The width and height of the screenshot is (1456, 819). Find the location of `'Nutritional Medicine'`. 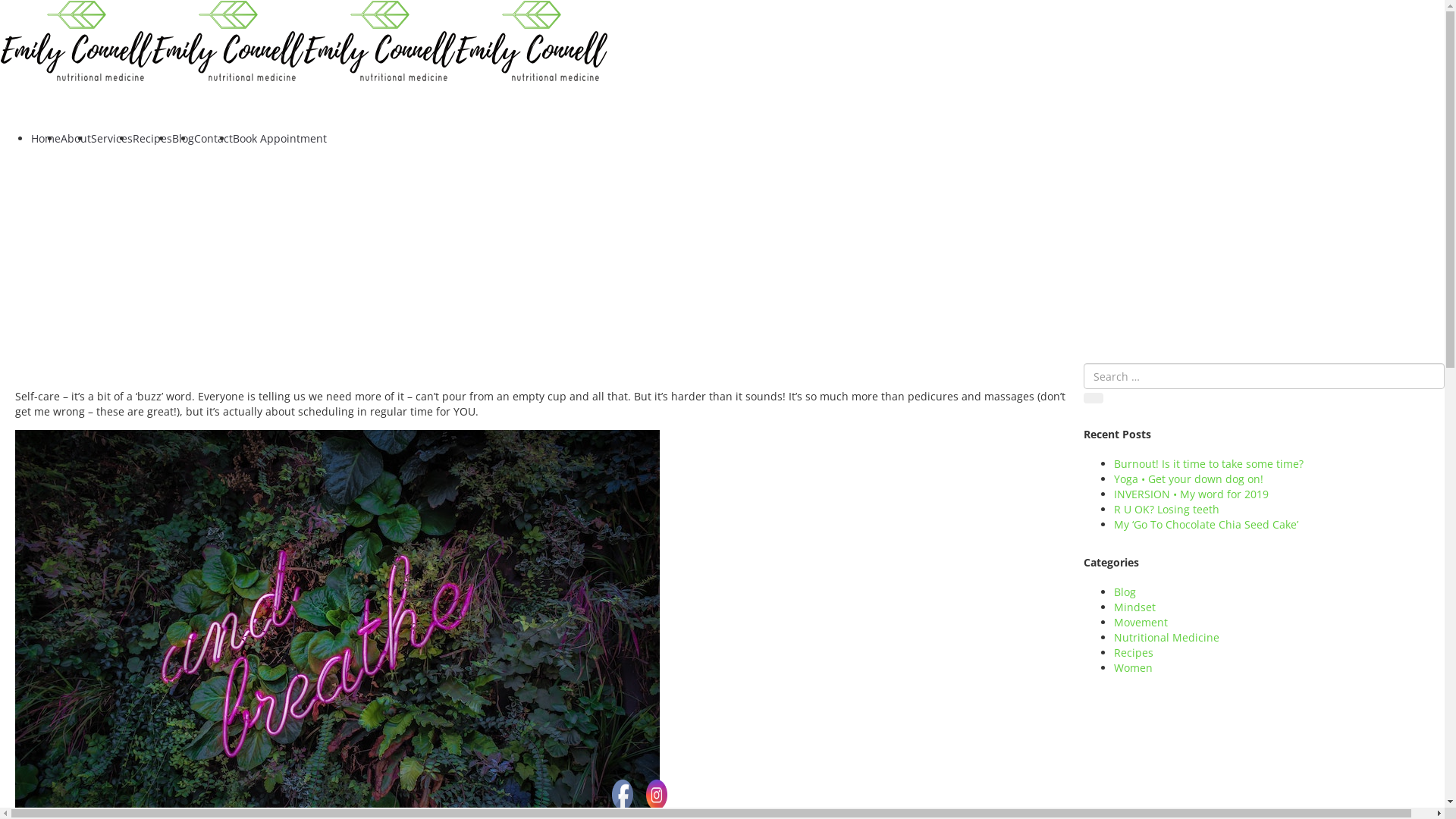

'Nutritional Medicine' is located at coordinates (1166, 637).